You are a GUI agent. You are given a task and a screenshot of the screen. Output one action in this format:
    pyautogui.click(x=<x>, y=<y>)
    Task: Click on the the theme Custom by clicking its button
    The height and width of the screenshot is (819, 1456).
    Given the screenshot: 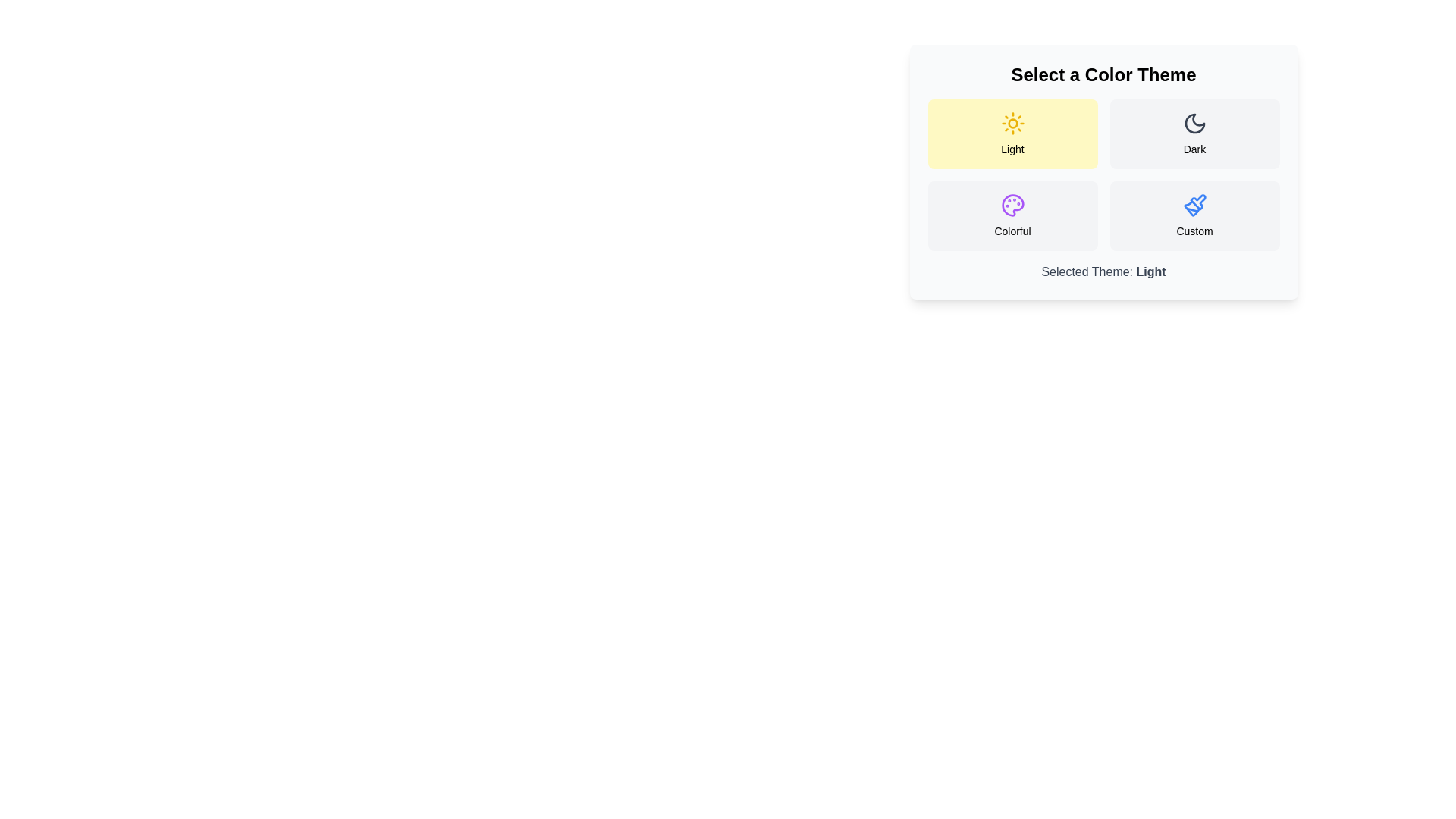 What is the action you would take?
    pyautogui.click(x=1194, y=216)
    